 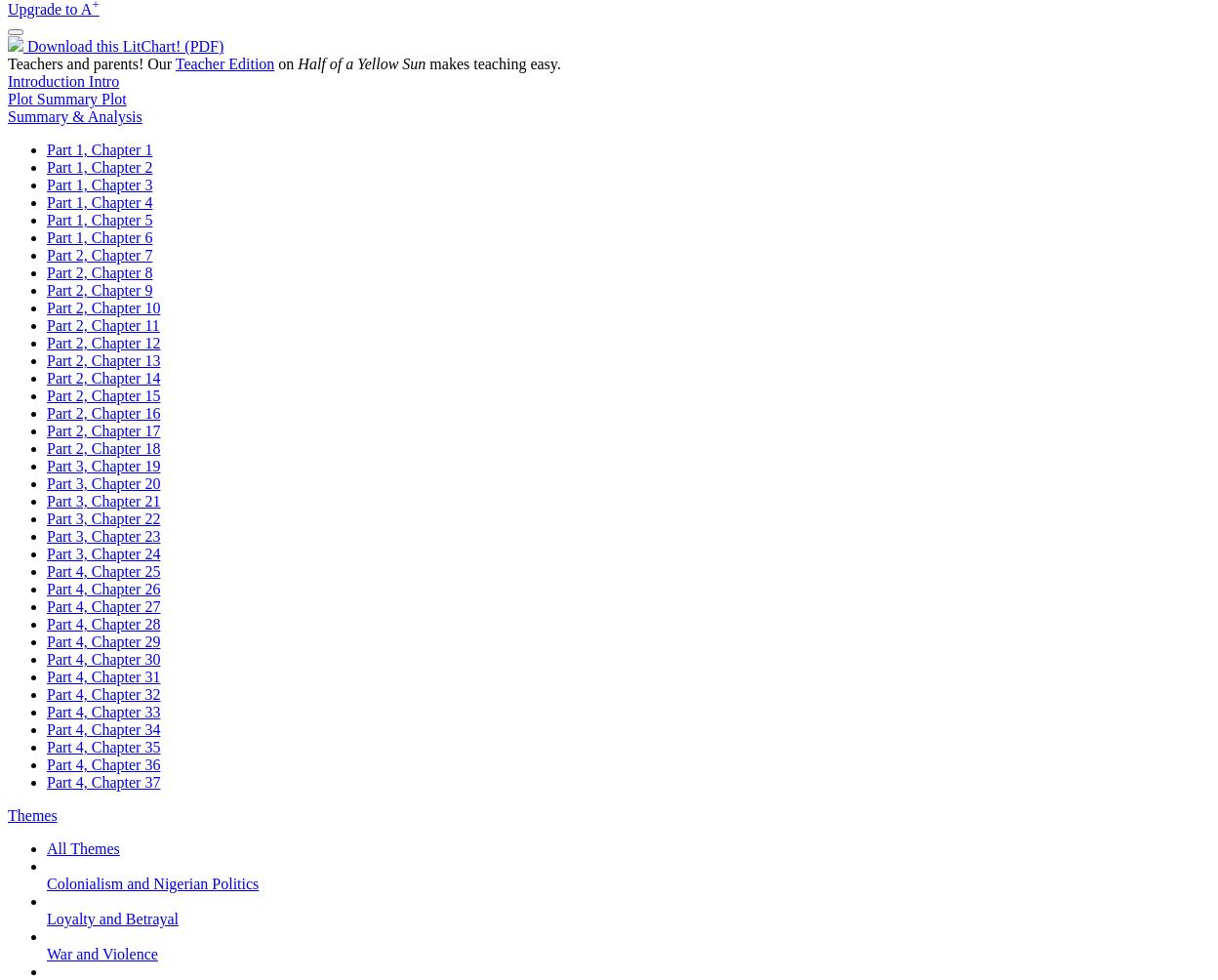 What do you see at coordinates (47, 711) in the screenshot?
I see `'Part 4, Chapter 33'` at bounding box center [47, 711].